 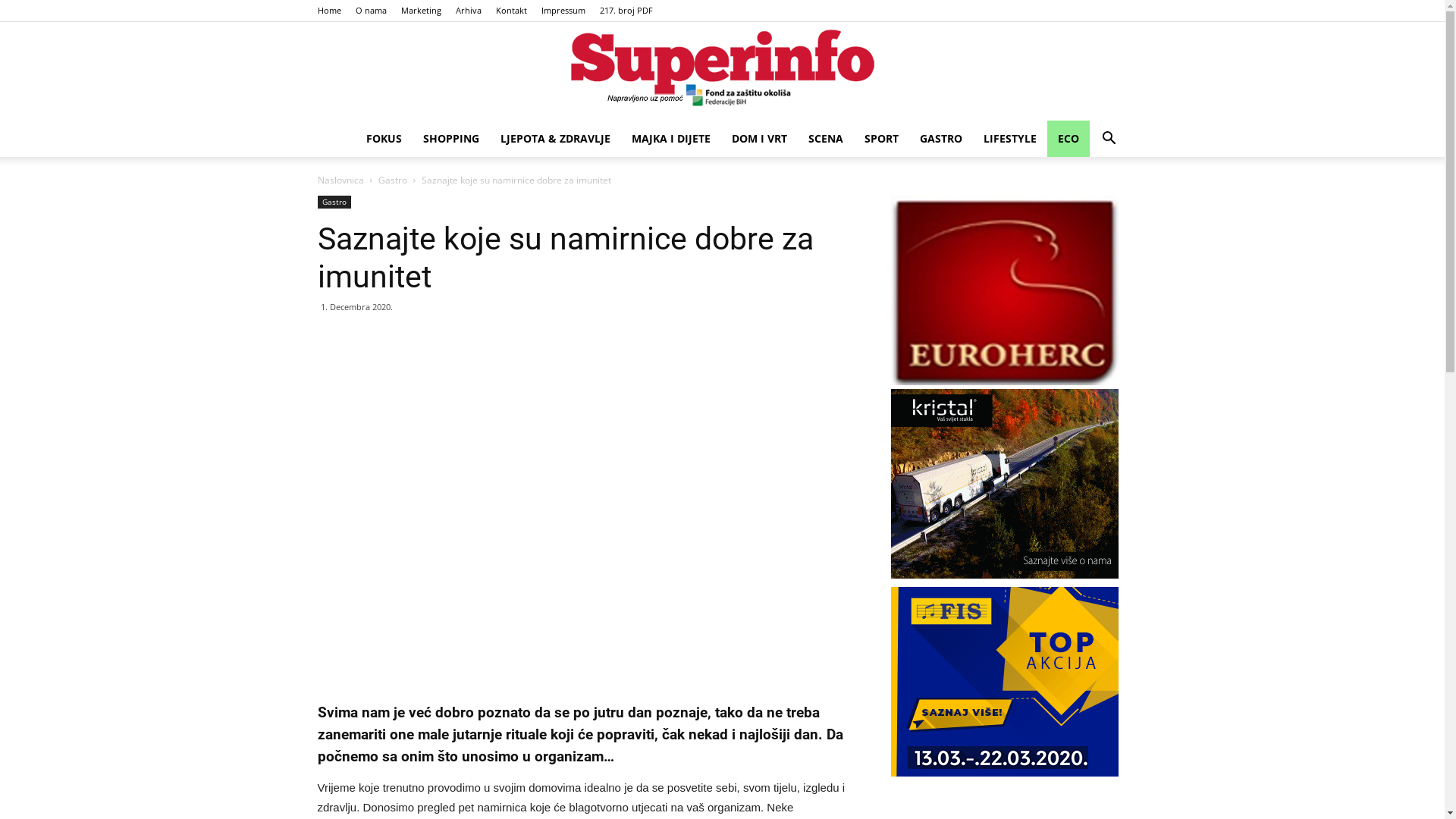 I want to click on 'GASTRO', so click(x=939, y=138).